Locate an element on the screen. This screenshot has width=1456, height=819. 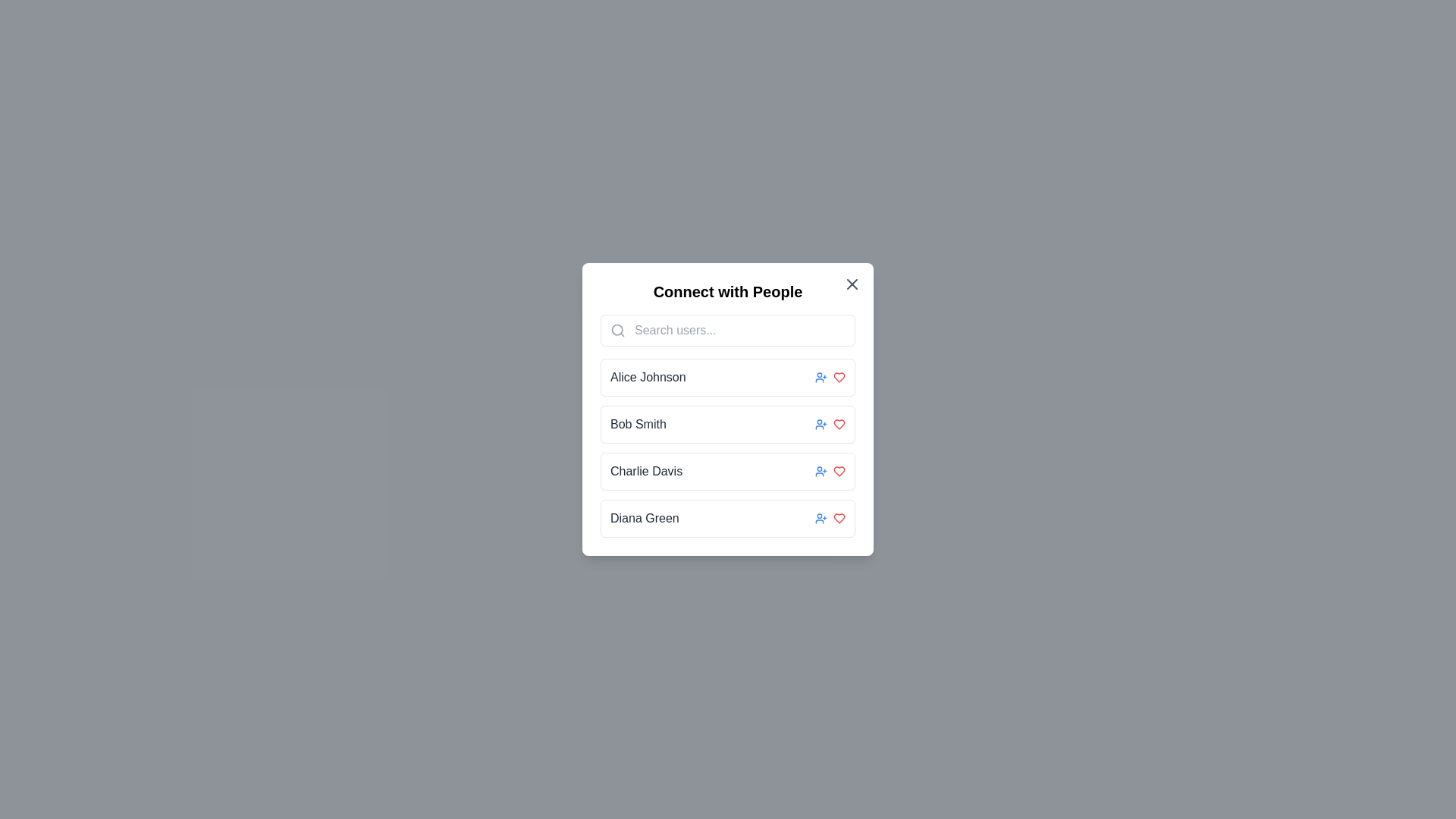
the text label displaying 'Alice Johnson' which is located in the first row of the user entries in the 'Connect with People' modal and is to the left of two action icons is located at coordinates (648, 376).